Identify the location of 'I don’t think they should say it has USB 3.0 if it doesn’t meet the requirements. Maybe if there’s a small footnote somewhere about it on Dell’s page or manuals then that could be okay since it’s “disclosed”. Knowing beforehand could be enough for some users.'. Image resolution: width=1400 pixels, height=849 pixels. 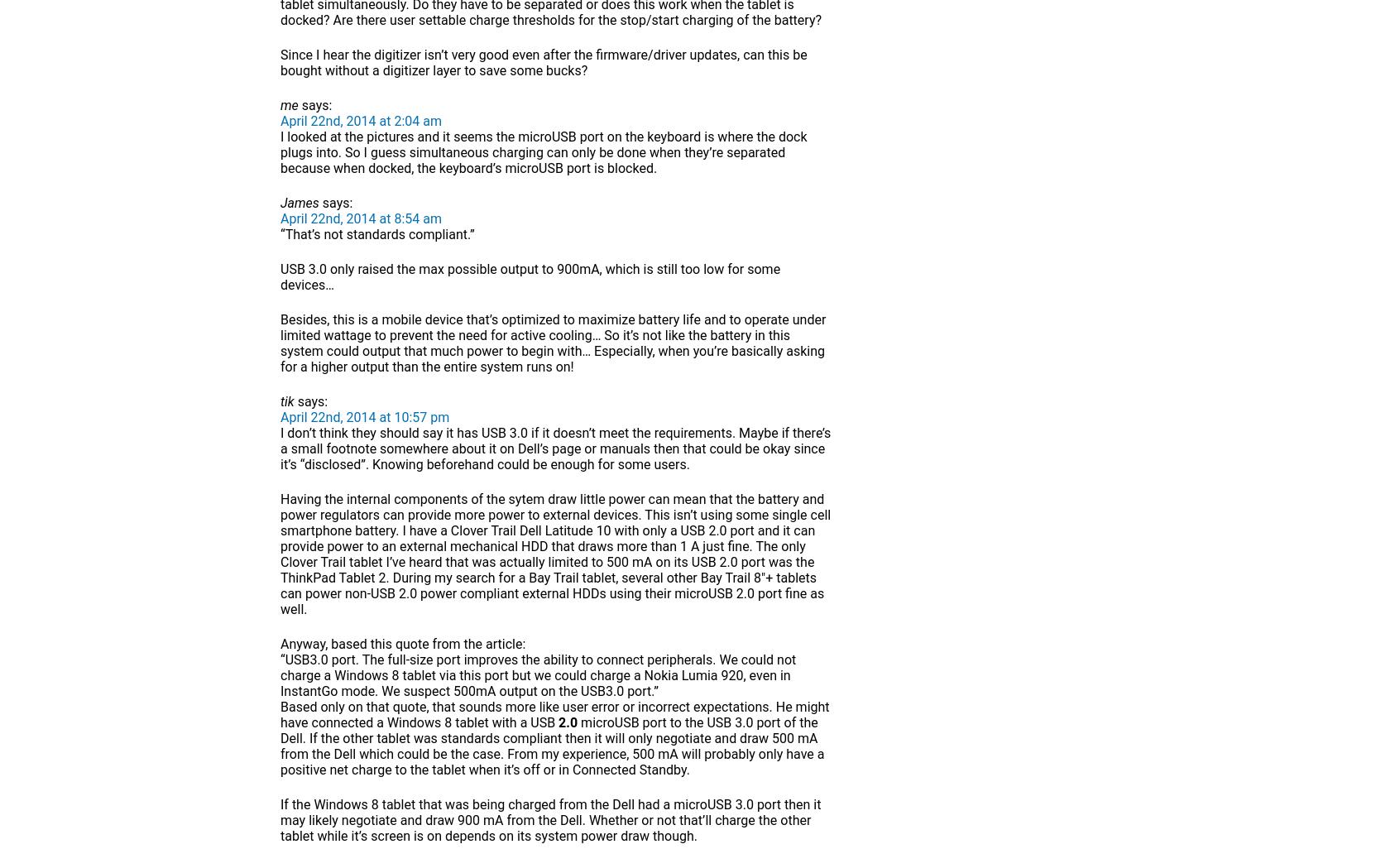
(555, 448).